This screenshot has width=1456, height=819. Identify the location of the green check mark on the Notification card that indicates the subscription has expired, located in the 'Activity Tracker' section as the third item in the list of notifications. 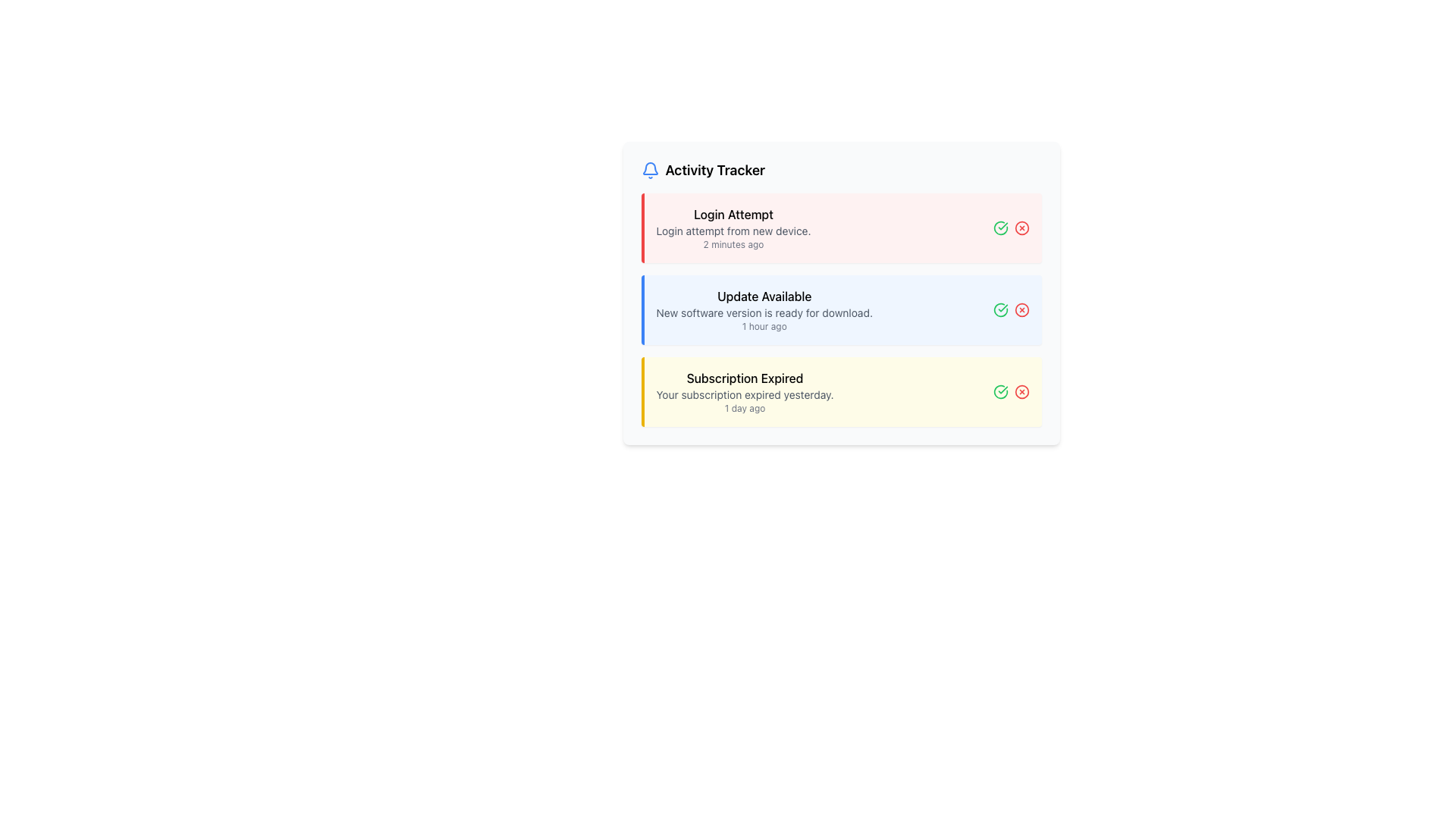
(840, 391).